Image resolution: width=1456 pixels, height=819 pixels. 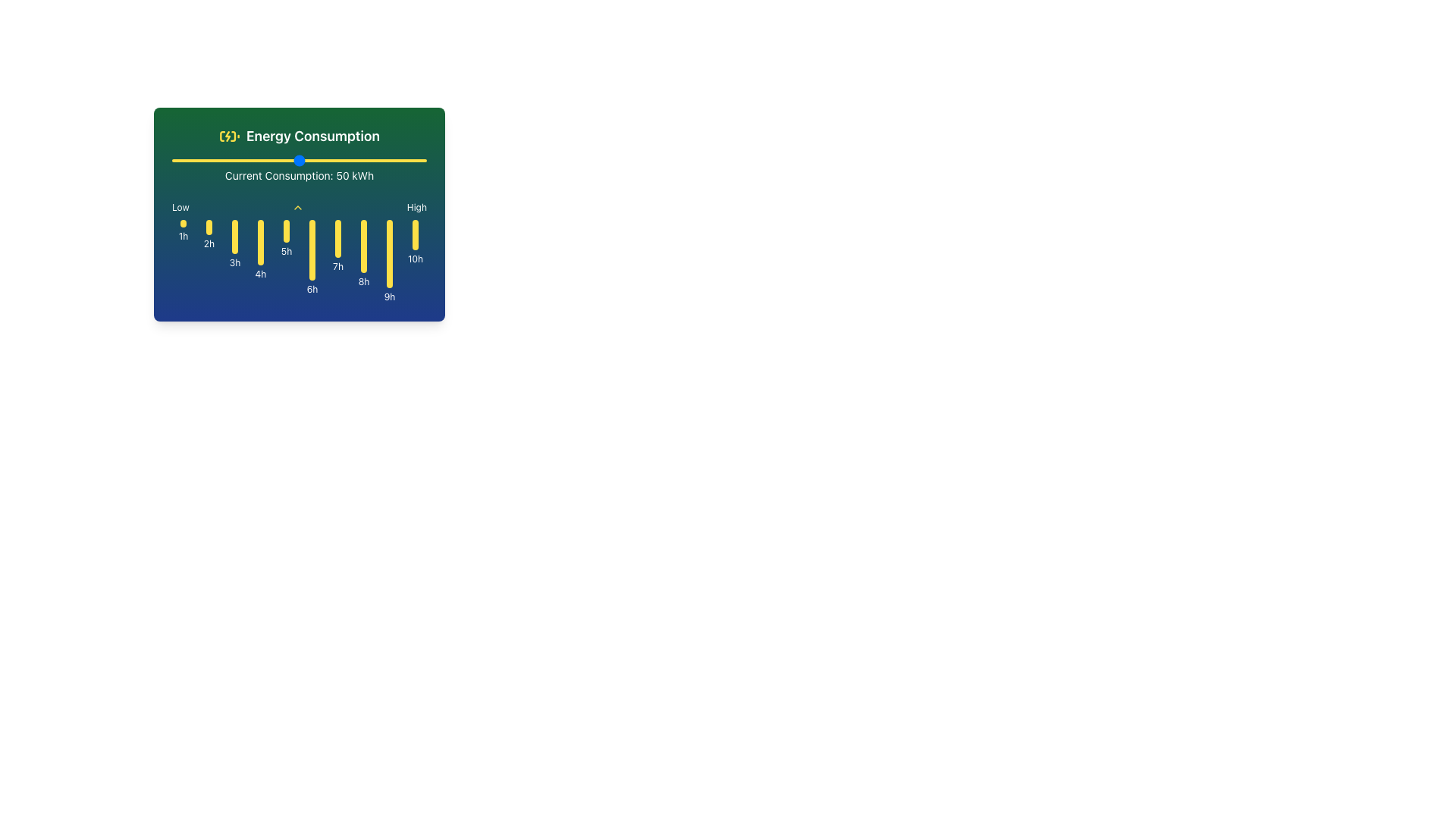 What do you see at coordinates (180, 207) in the screenshot?
I see `the 'Low' text label which indicates the low end of a scale, positioned to the far left of an upward arrow icon` at bounding box center [180, 207].